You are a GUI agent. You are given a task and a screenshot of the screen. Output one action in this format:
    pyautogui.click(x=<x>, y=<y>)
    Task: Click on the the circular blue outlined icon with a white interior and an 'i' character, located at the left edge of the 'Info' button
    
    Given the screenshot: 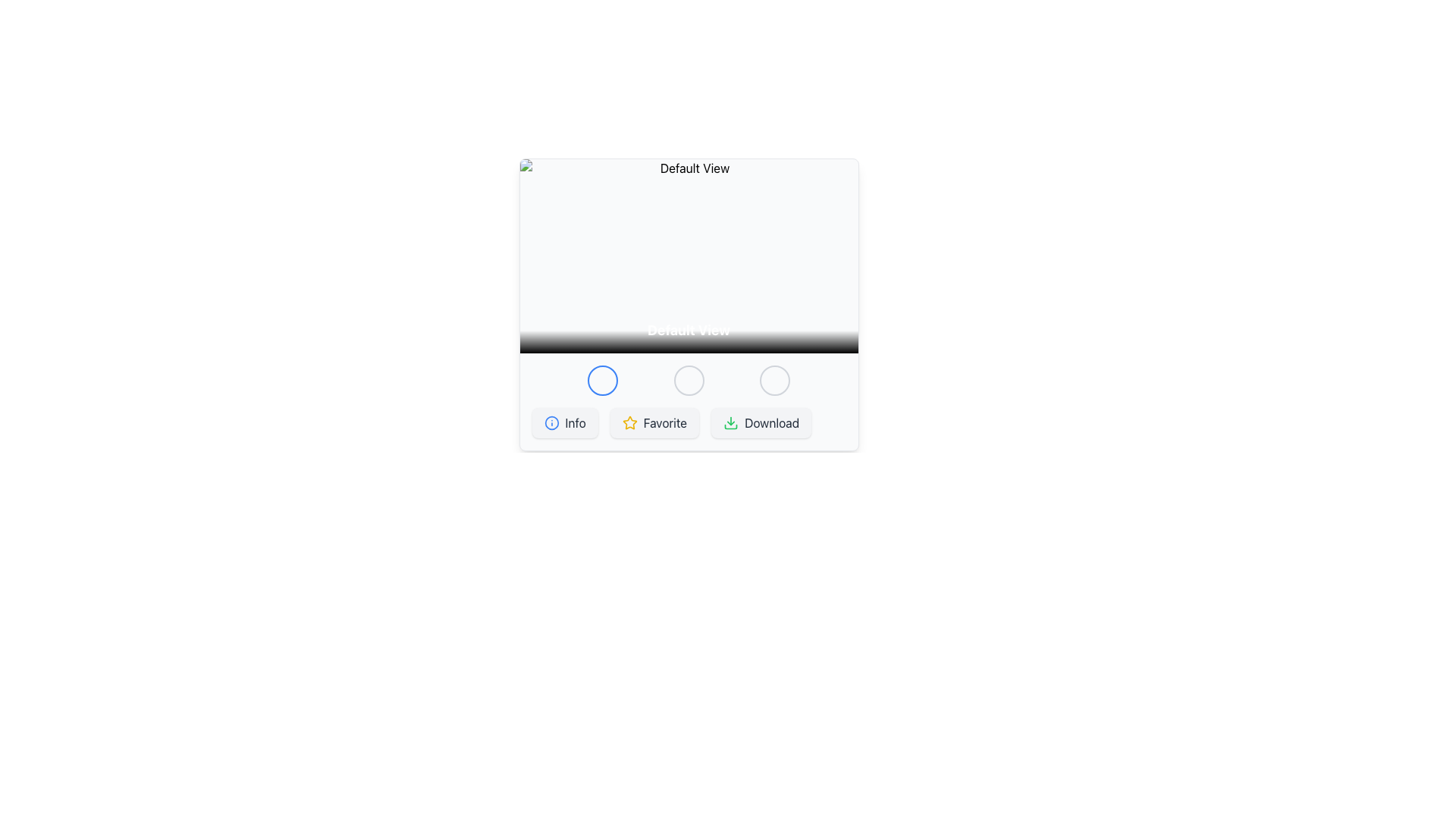 What is the action you would take?
    pyautogui.click(x=551, y=423)
    